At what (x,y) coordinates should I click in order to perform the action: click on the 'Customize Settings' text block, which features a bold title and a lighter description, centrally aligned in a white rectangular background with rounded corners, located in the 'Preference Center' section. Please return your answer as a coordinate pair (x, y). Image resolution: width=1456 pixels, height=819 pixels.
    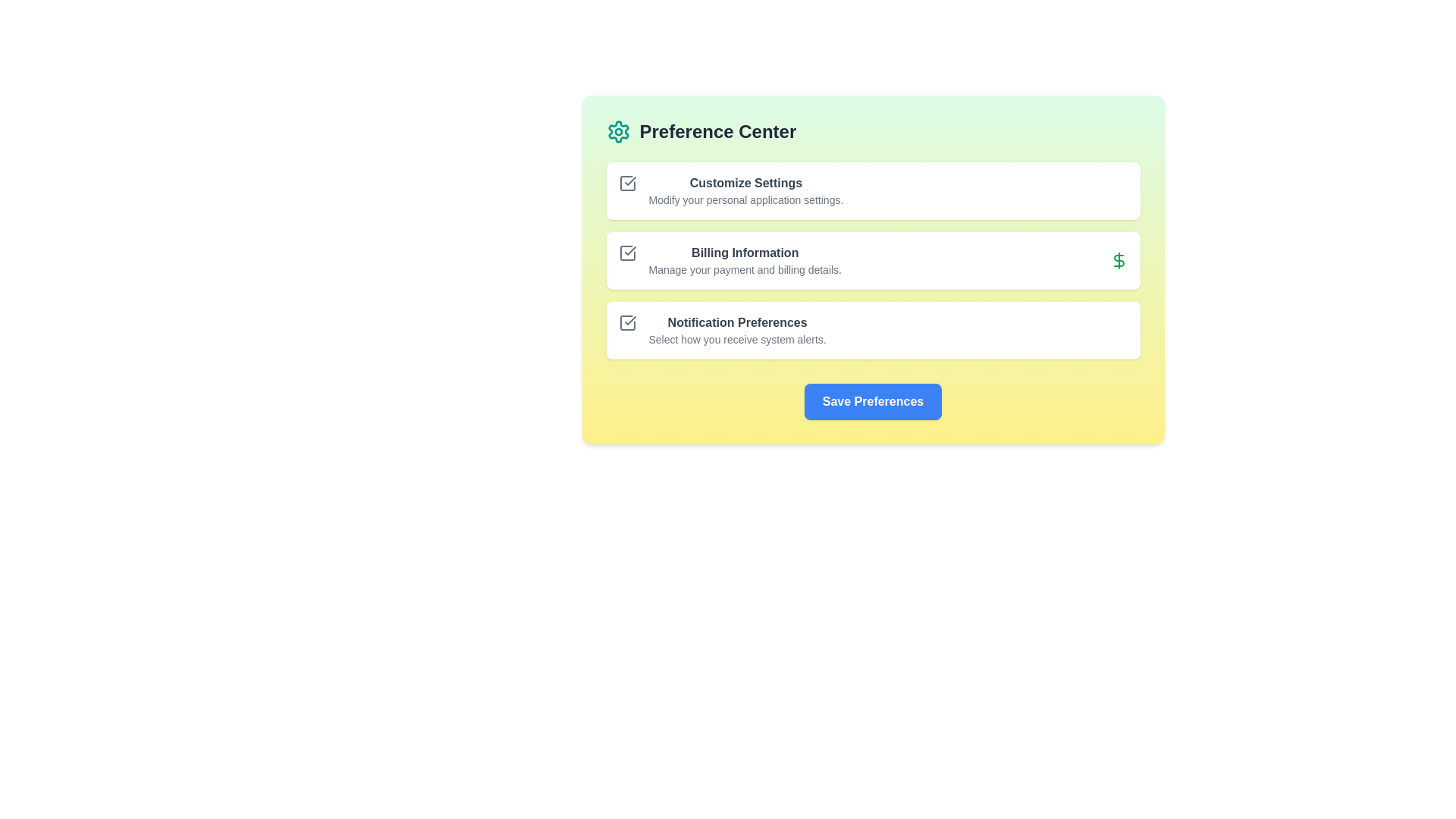
    Looking at the image, I should click on (745, 190).